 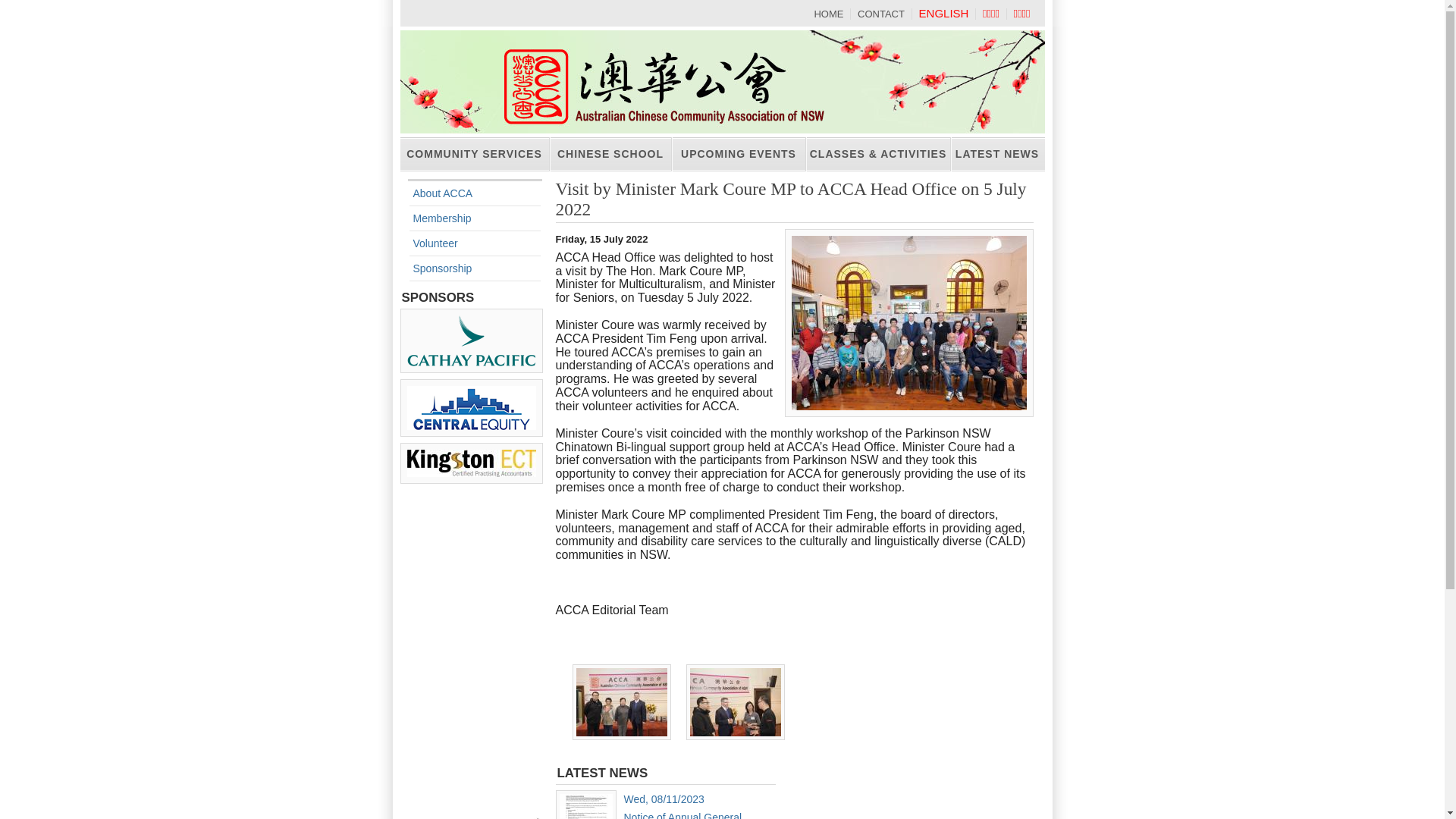 I want to click on 'CLASSES & ACTIVITIES', so click(x=877, y=154).